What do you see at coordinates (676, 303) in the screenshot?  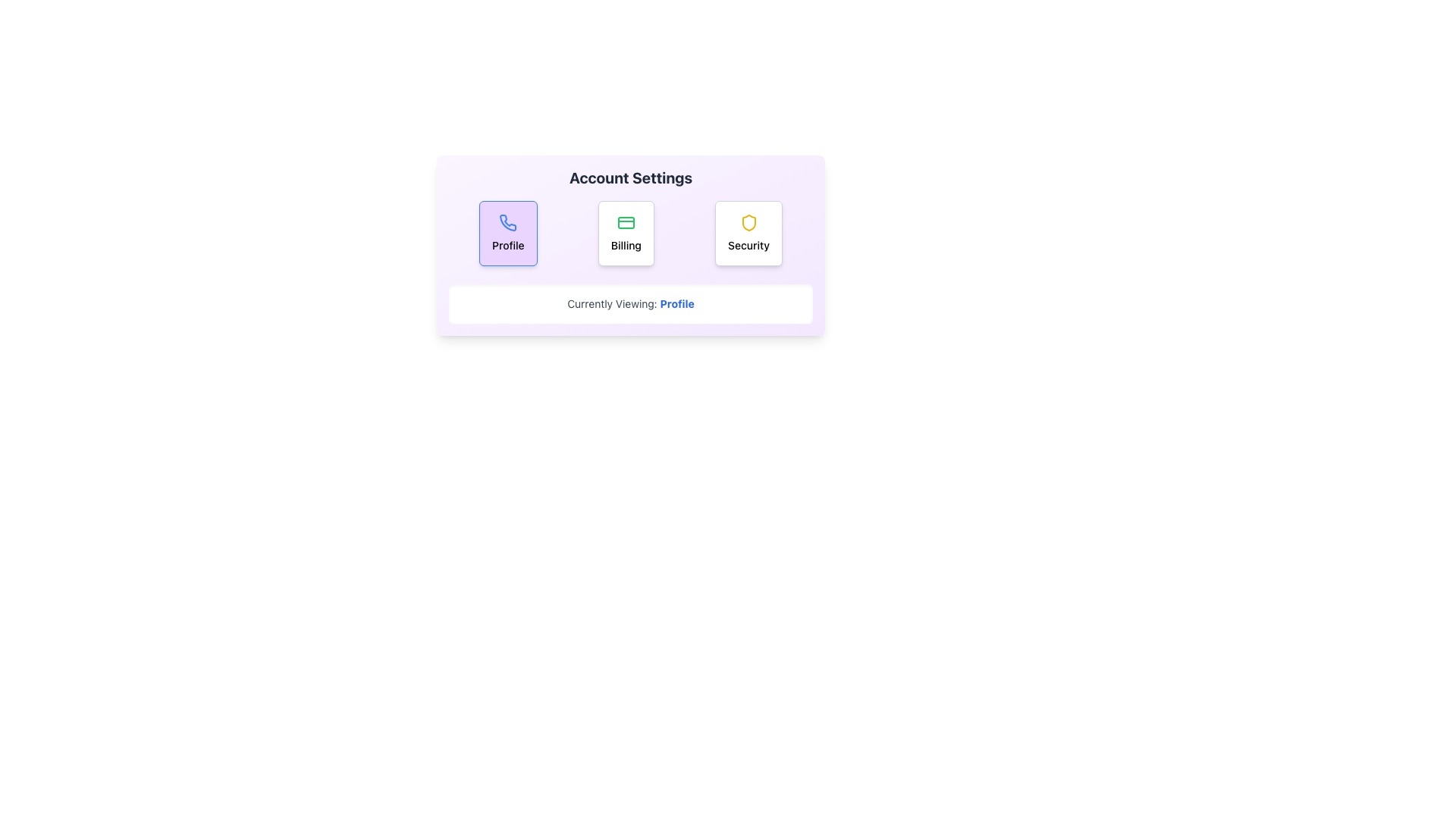 I see `static text label indicating the currently selected section, which displays 'Currently Viewing: Profile' in blue, located below the icons for 'Profile', 'Billing', and 'Security'` at bounding box center [676, 303].